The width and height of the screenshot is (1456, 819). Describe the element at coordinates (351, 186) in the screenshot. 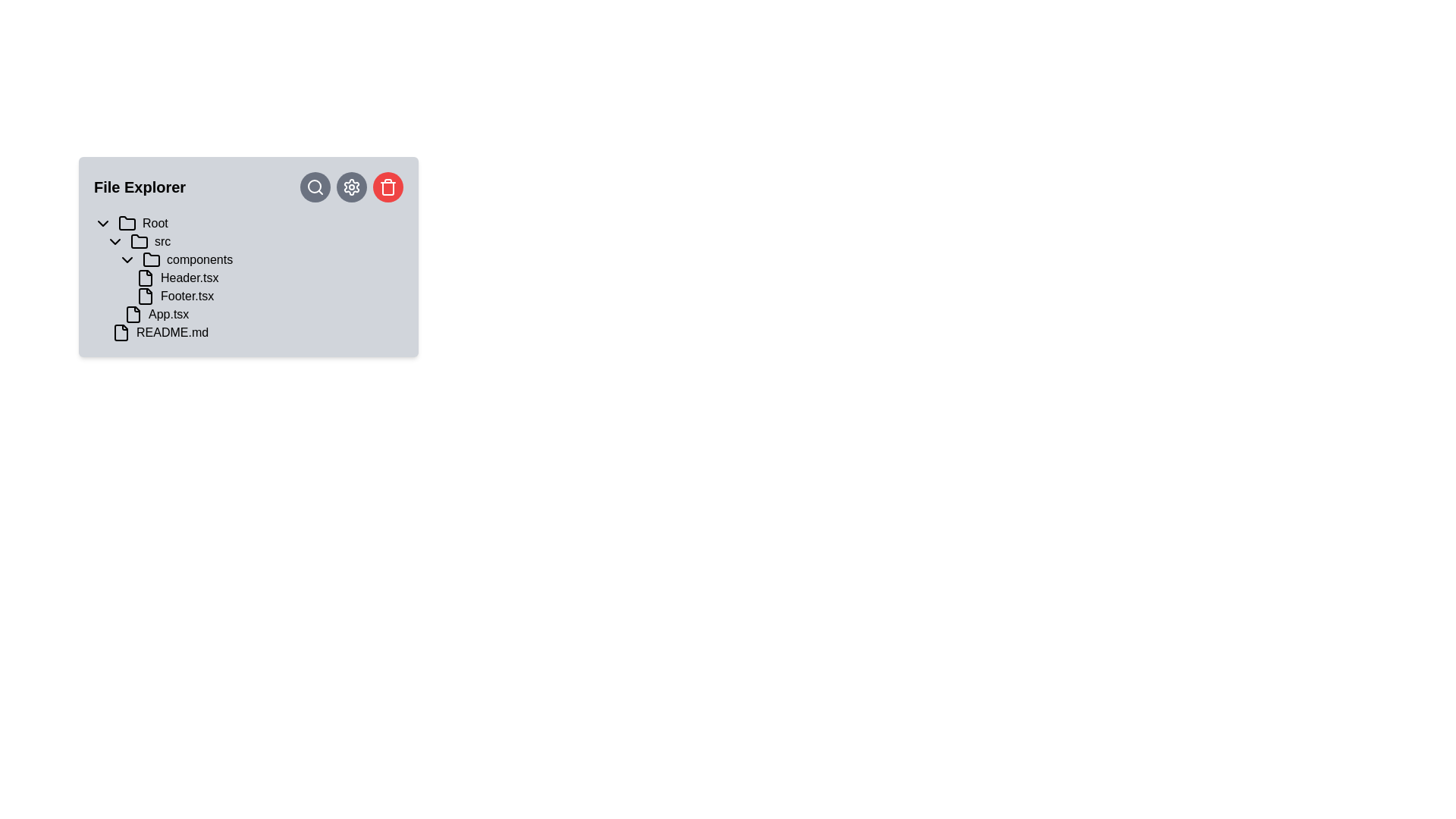

I see `the circular settings button with a gear icon located` at that location.